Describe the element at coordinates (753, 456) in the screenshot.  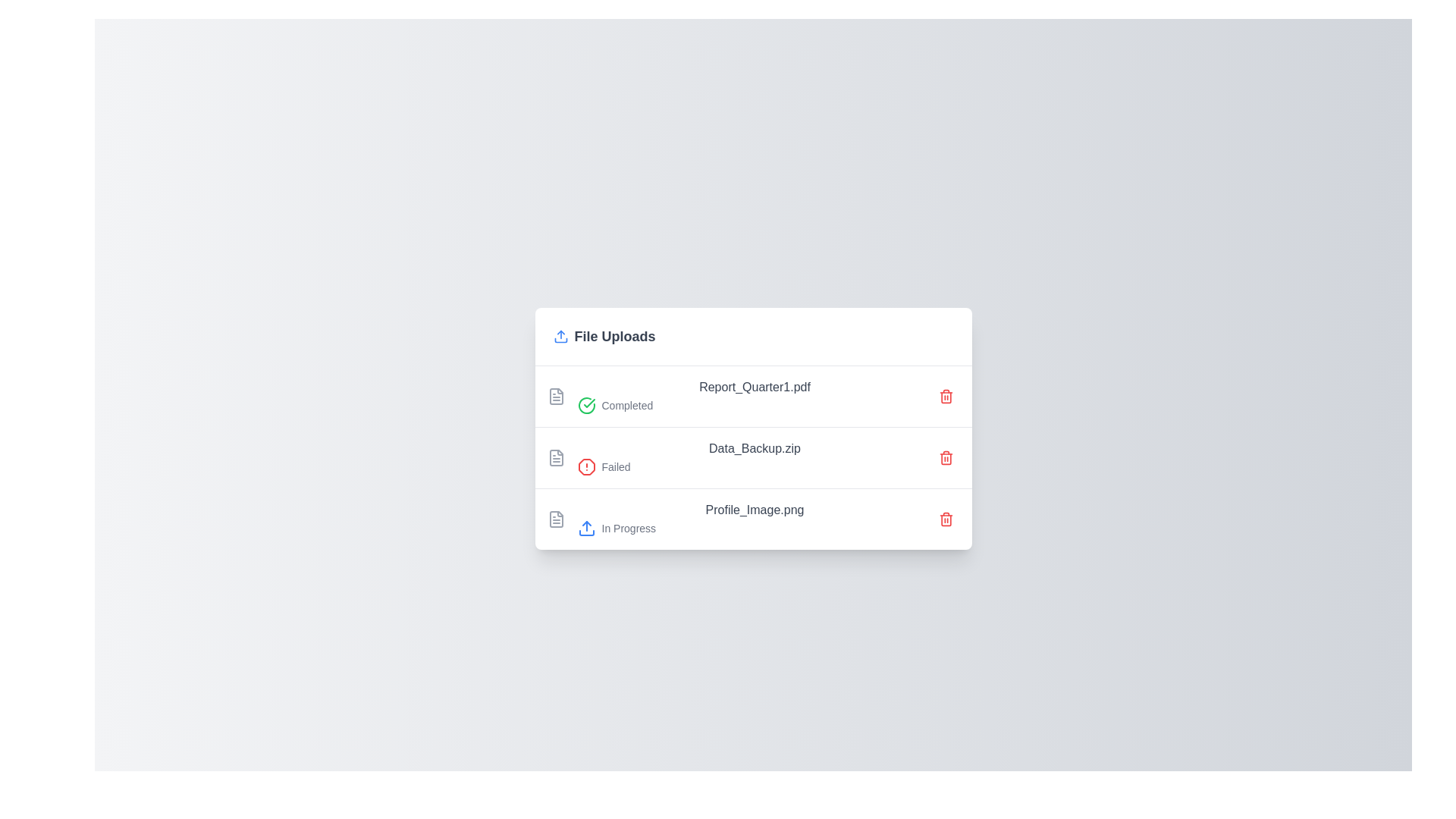
I see `file name 'Data_Backup.zip' in the second list item of 'File Uploads', which has a status of 'failed' and includes a red trash icon on the right` at that location.